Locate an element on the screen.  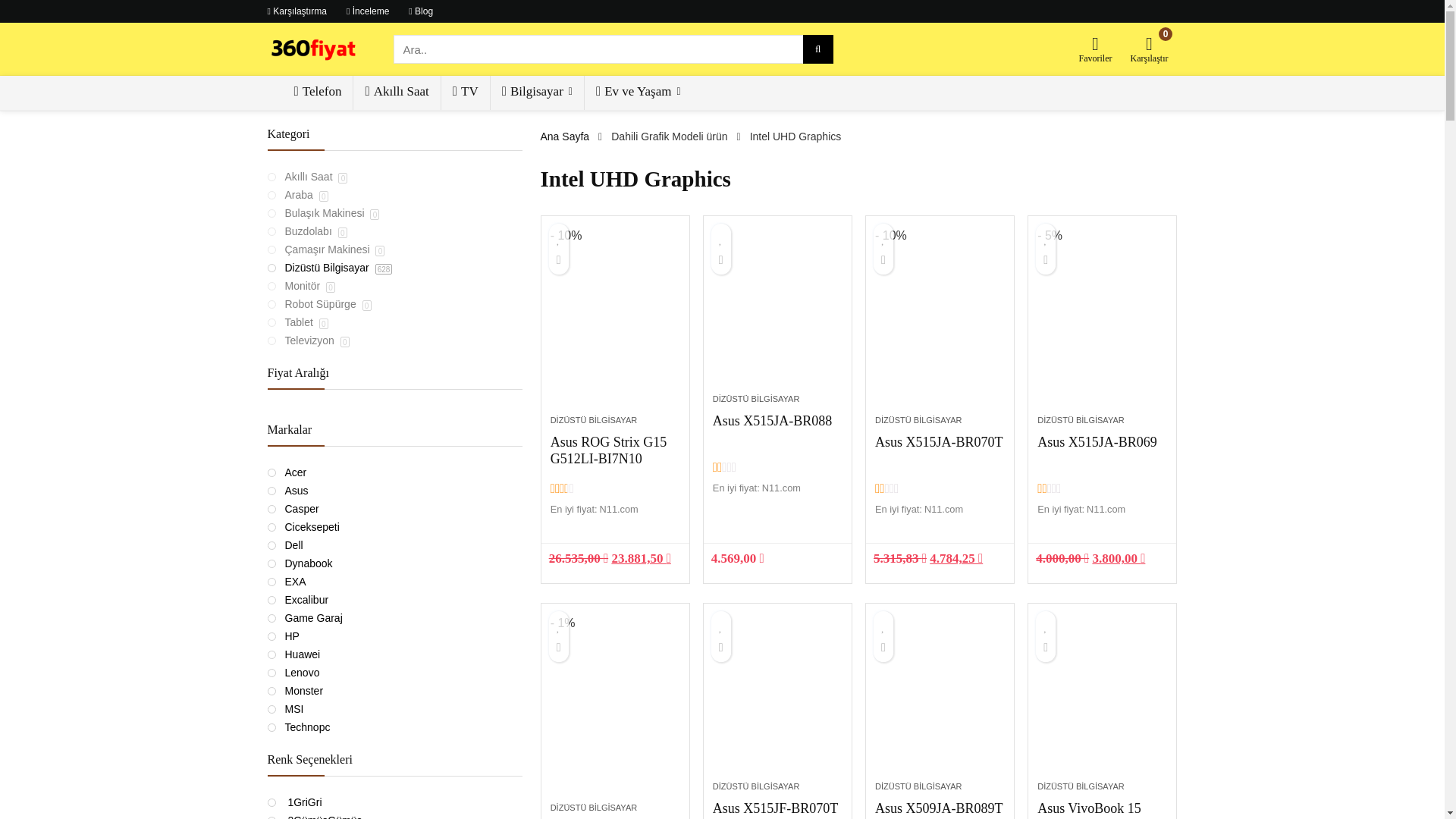
'Blog' is located at coordinates (421, 11).